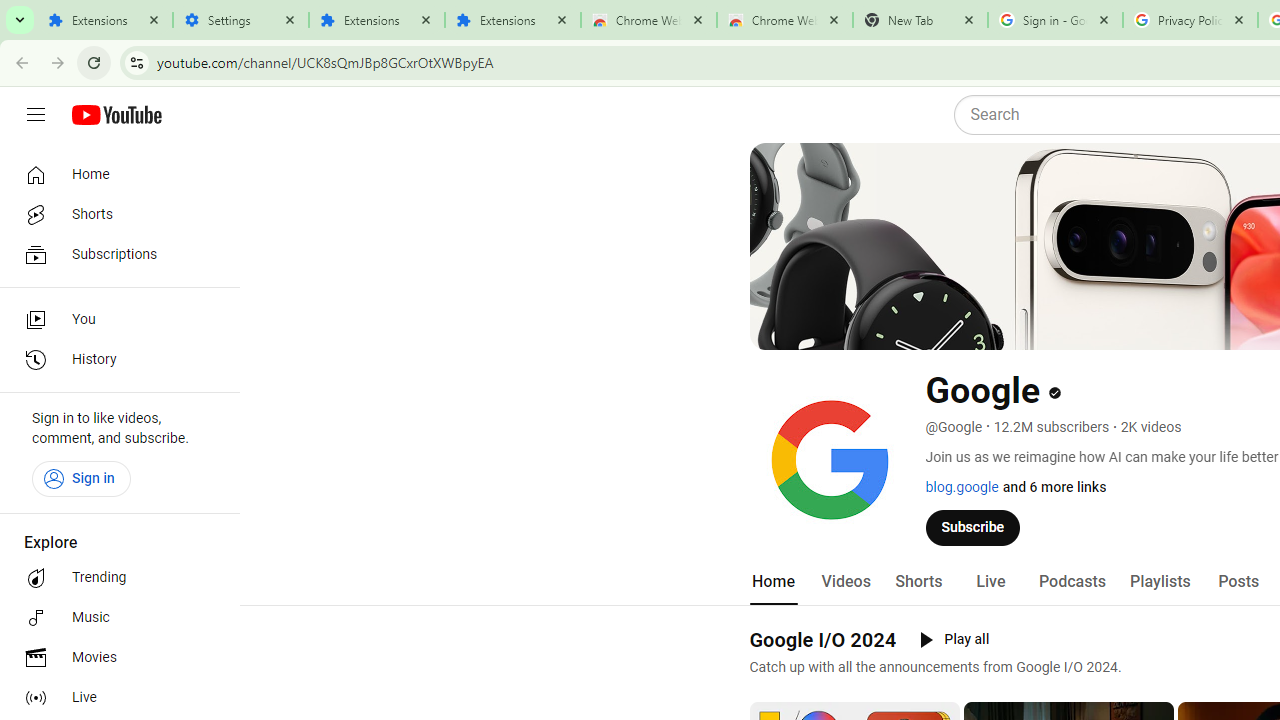  What do you see at coordinates (973, 526) in the screenshot?
I see `'Subscribe'` at bounding box center [973, 526].